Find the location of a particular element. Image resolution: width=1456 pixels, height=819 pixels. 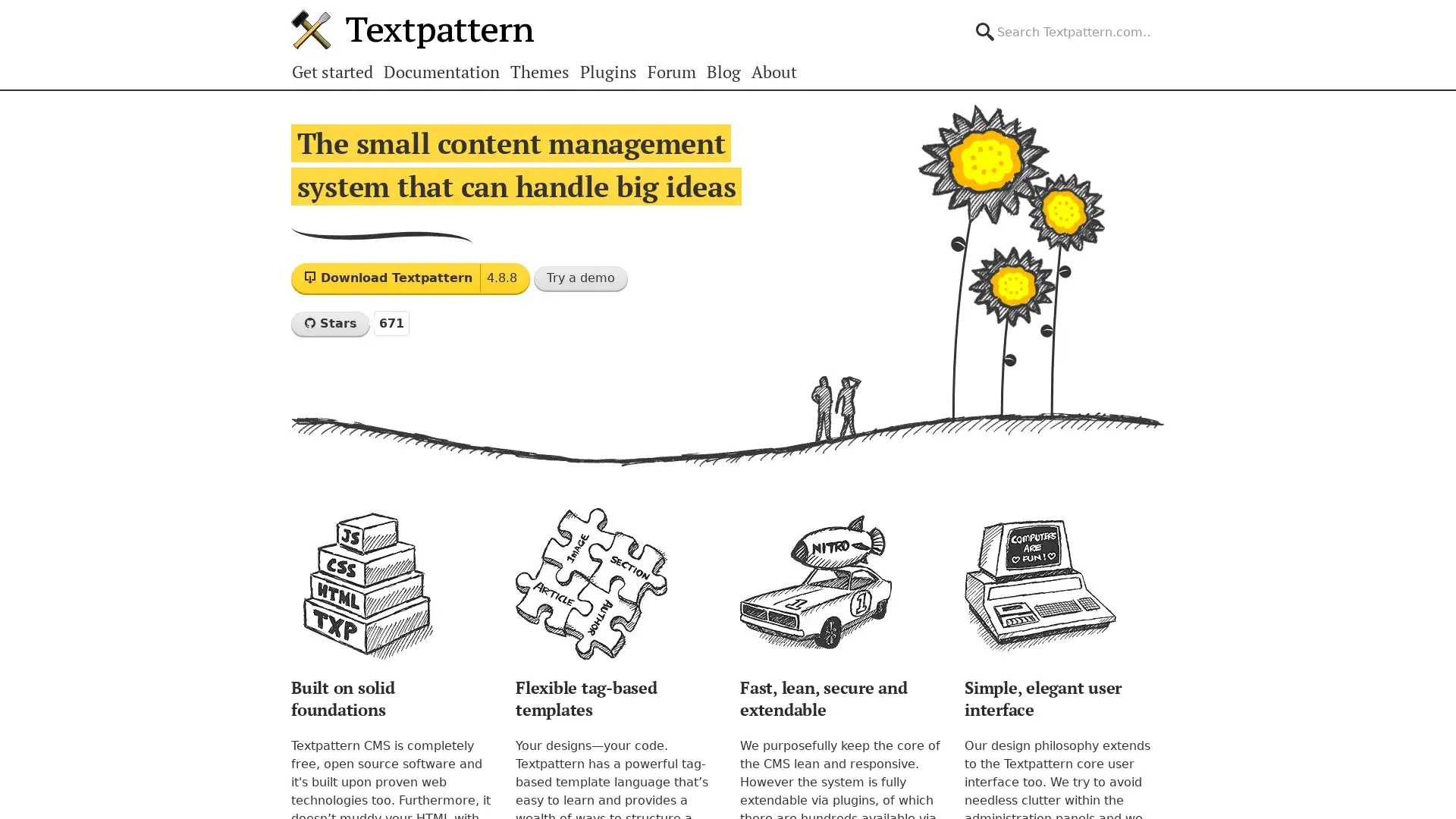

Submit Search is located at coordinates (1163, 18).